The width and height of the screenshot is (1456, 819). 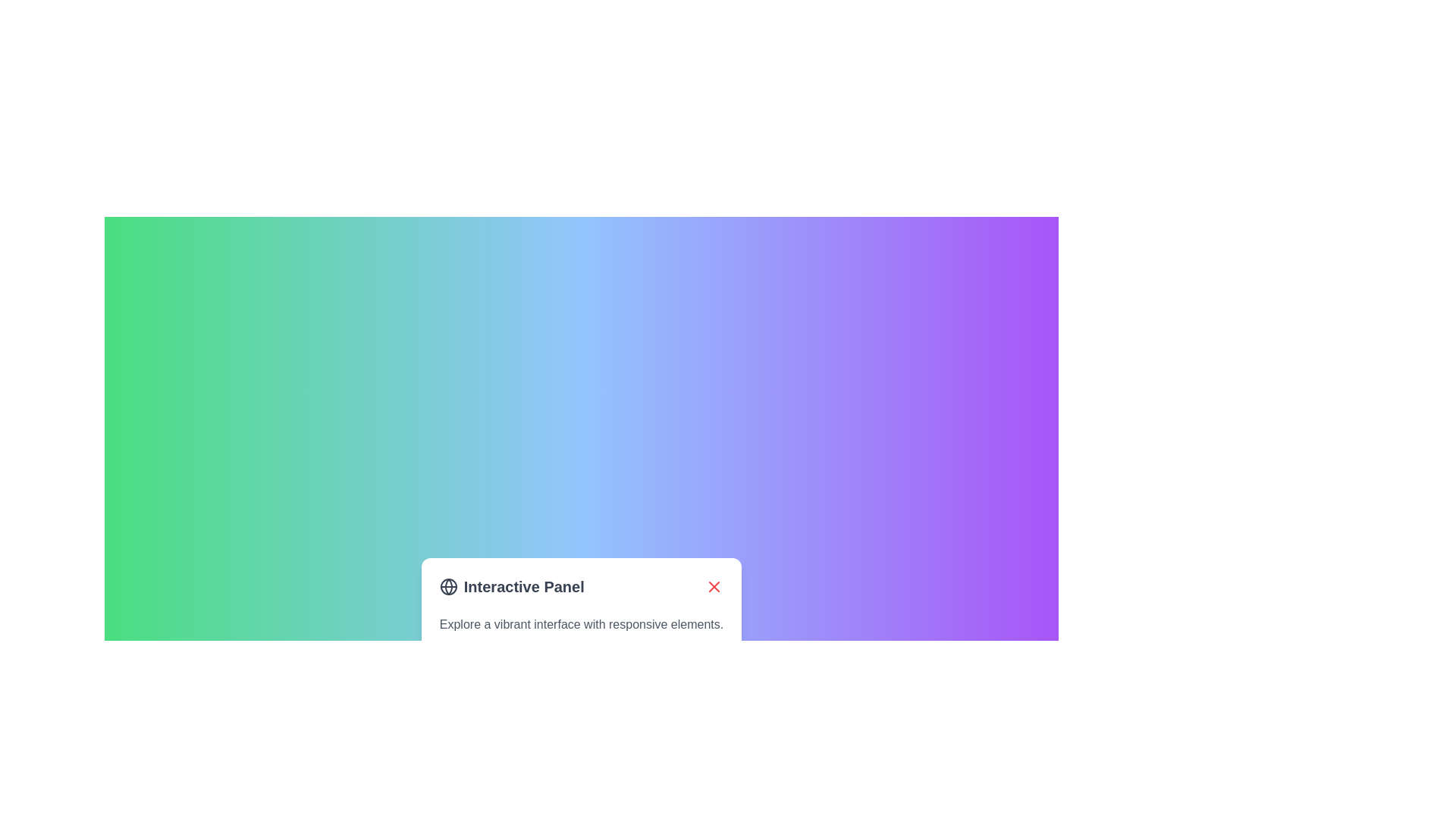 I want to click on the circular SVG Globe icon located at the bottom-right corner of the interface, nested within the 'Interactive Panel', so click(x=447, y=586).